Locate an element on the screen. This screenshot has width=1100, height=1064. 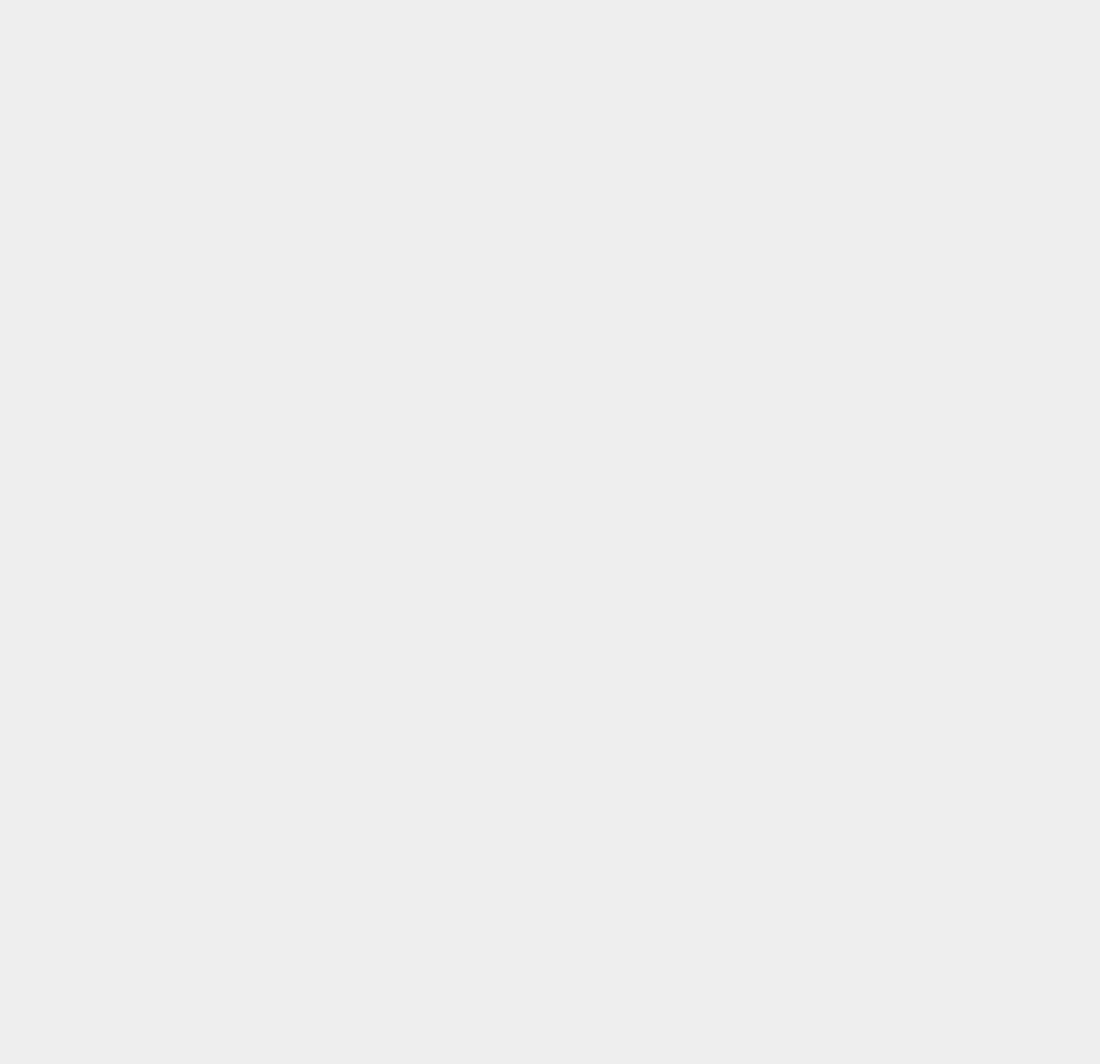
'Marketing' is located at coordinates (809, 958).